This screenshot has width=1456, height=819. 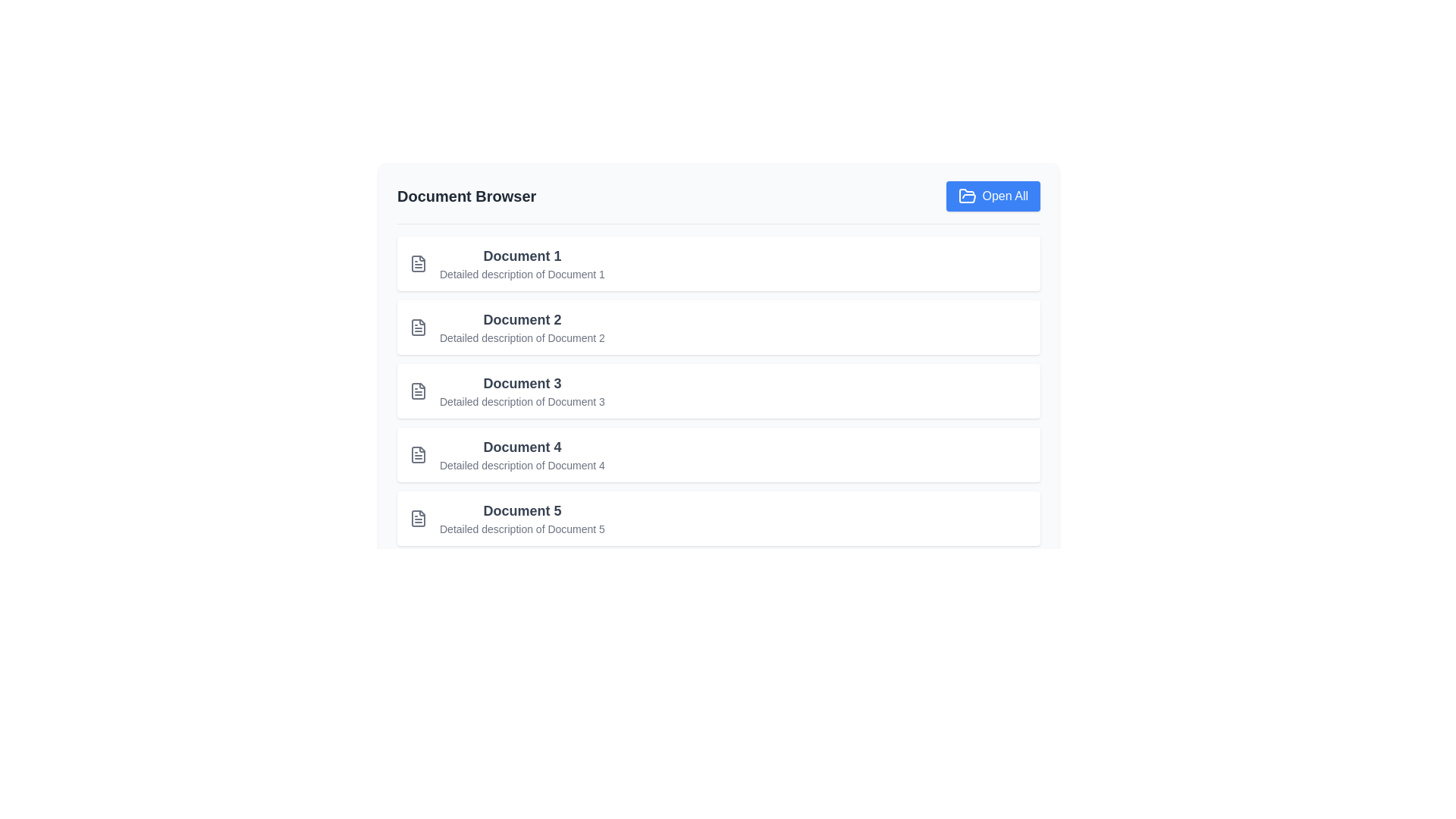 I want to click on the static text label that says 'Detailed description of Document 5', which is located directly beneath the title 'Document 5', so click(x=522, y=529).